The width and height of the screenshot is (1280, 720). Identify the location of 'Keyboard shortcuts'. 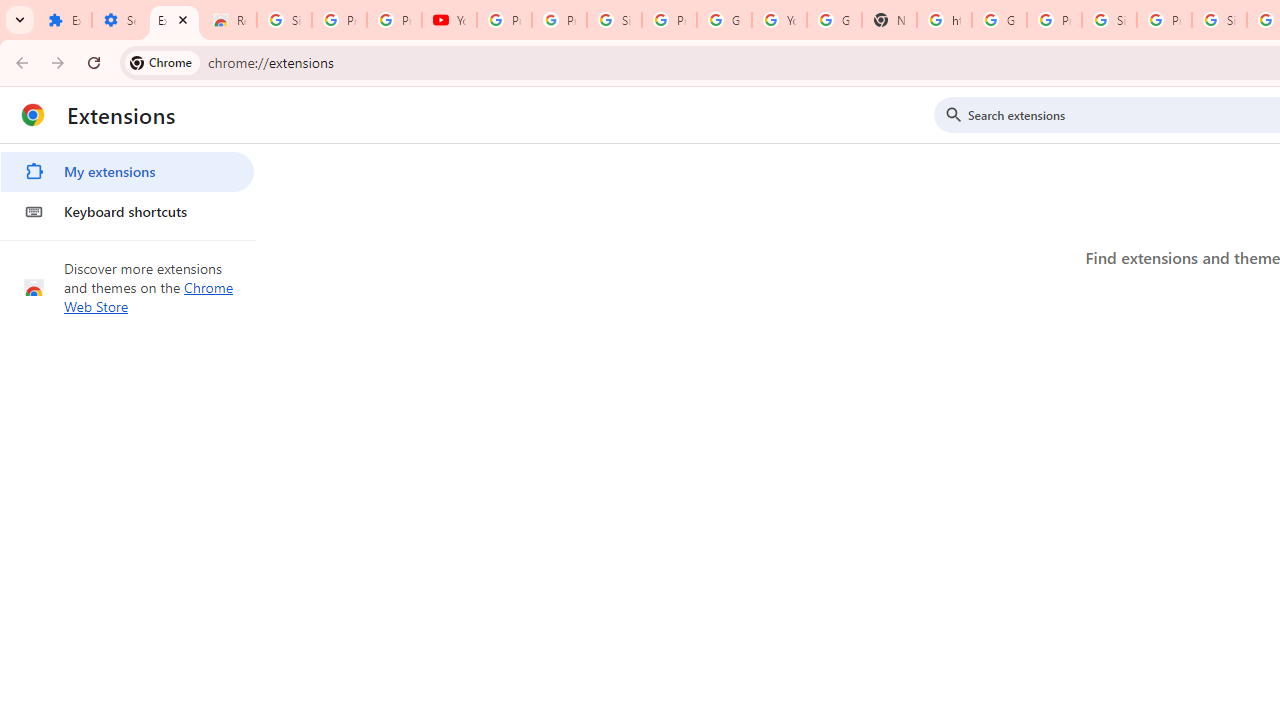
(126, 212).